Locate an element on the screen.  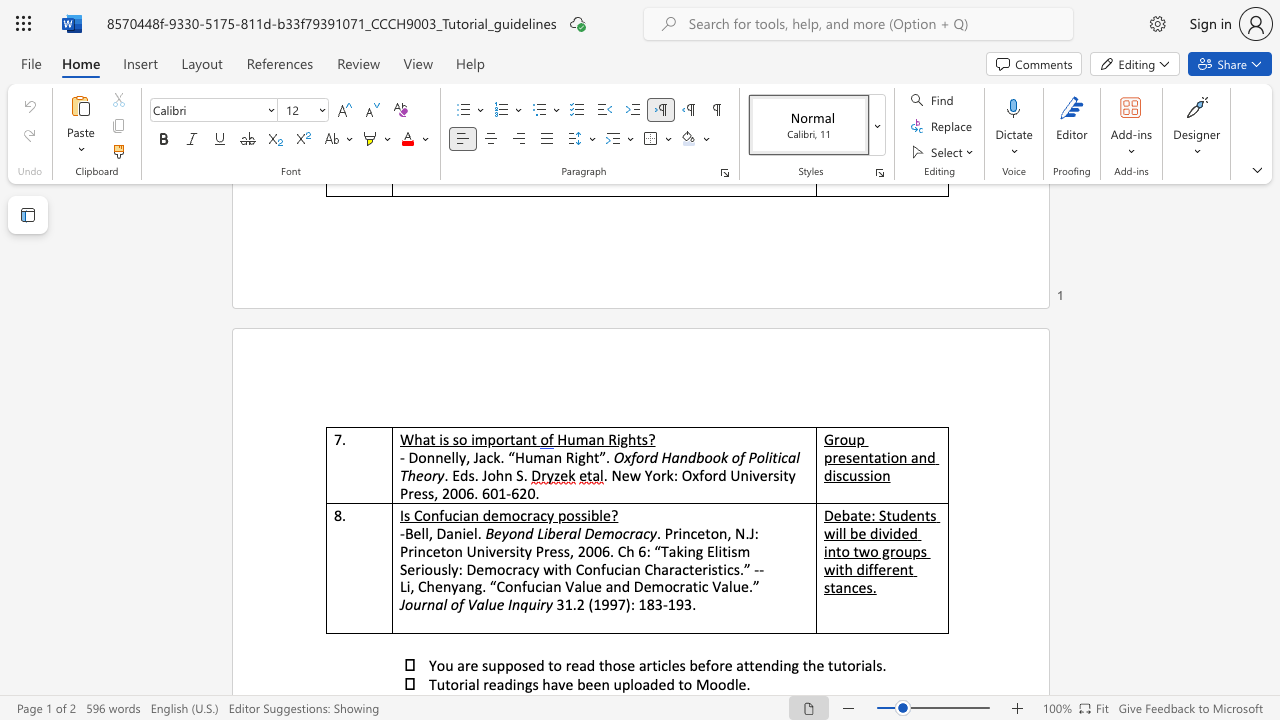
the subset text "cy" within the text "Beyond Liberal Democracy" is located at coordinates (643, 532).